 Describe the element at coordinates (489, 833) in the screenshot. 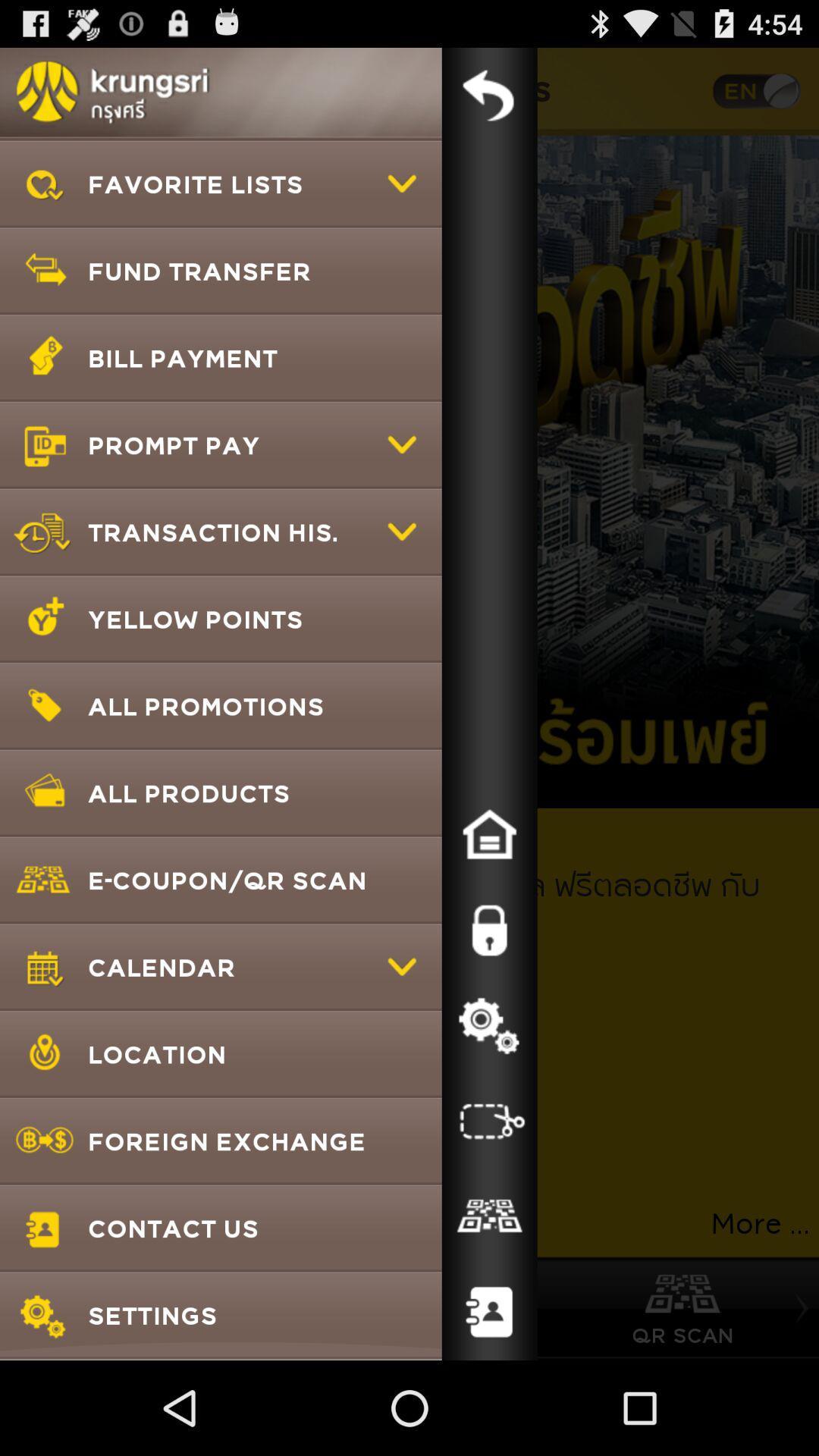

I see `home` at that location.